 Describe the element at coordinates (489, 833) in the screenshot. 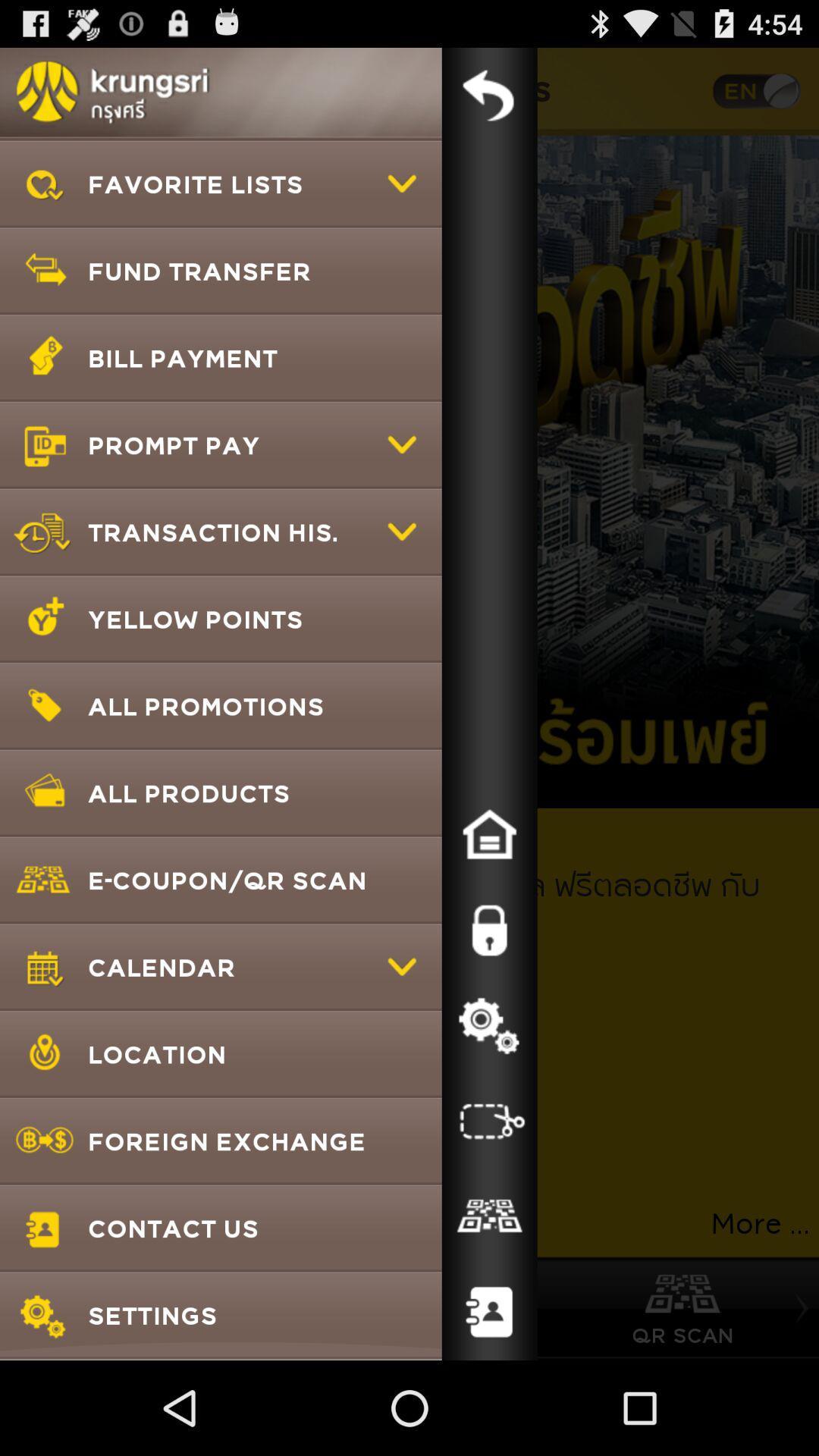

I see `home` at that location.